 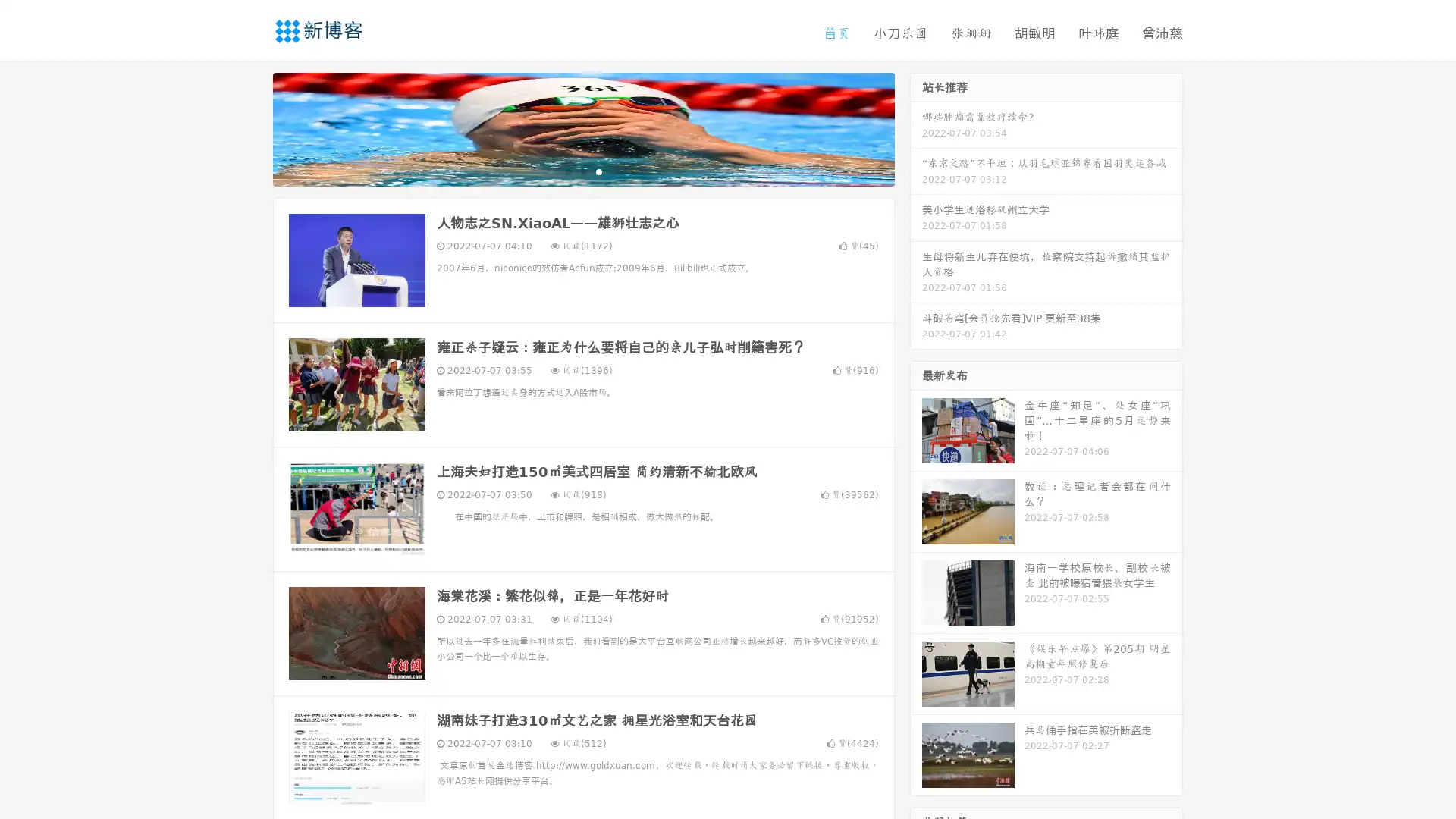 I want to click on Go to slide 1, so click(x=567, y=171).